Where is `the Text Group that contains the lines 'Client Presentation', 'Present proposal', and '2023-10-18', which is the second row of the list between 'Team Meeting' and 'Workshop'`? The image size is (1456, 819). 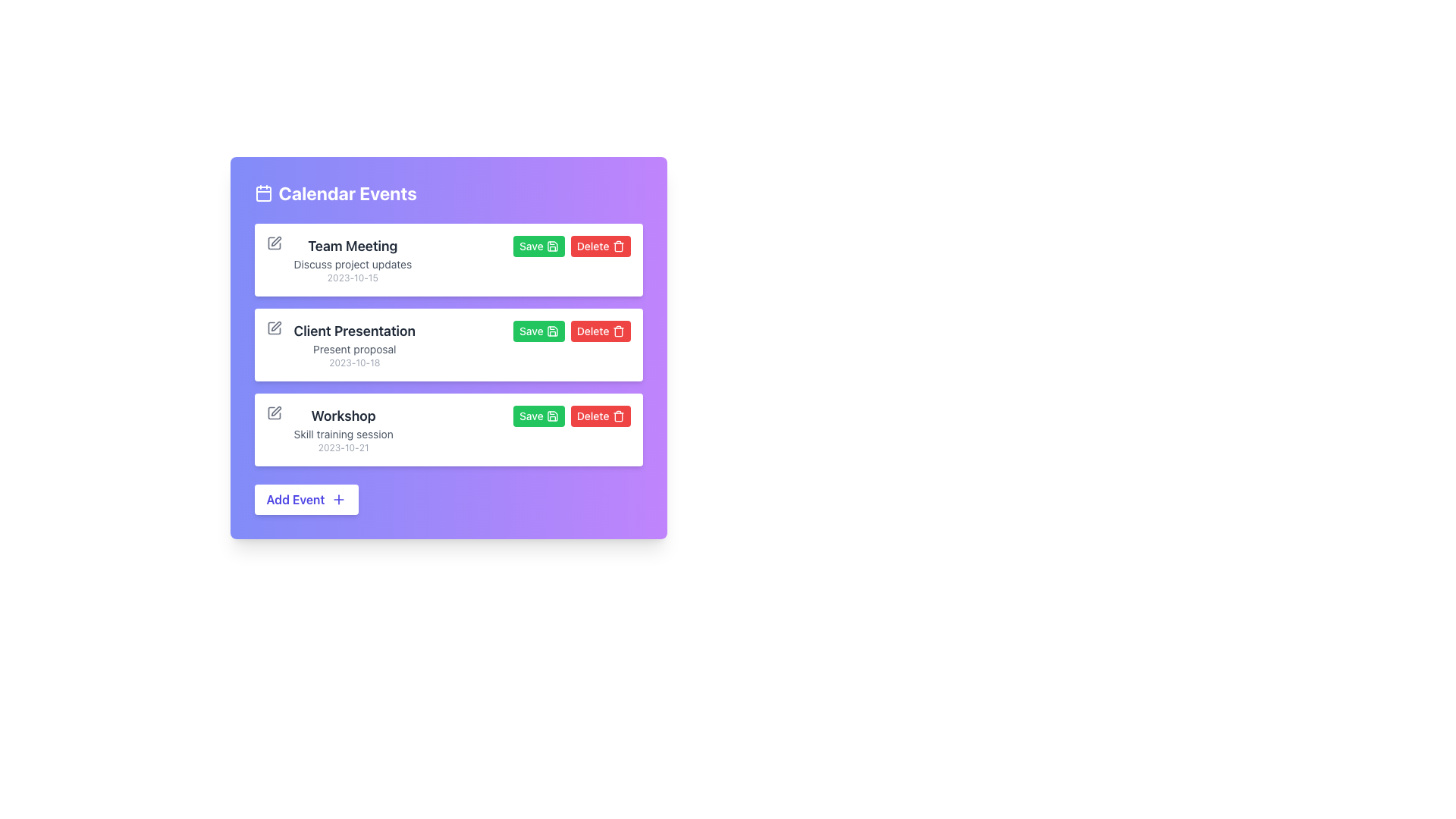
the Text Group that contains the lines 'Client Presentation', 'Present proposal', and '2023-10-18', which is the second row of the list between 'Team Meeting' and 'Workshop' is located at coordinates (353, 345).